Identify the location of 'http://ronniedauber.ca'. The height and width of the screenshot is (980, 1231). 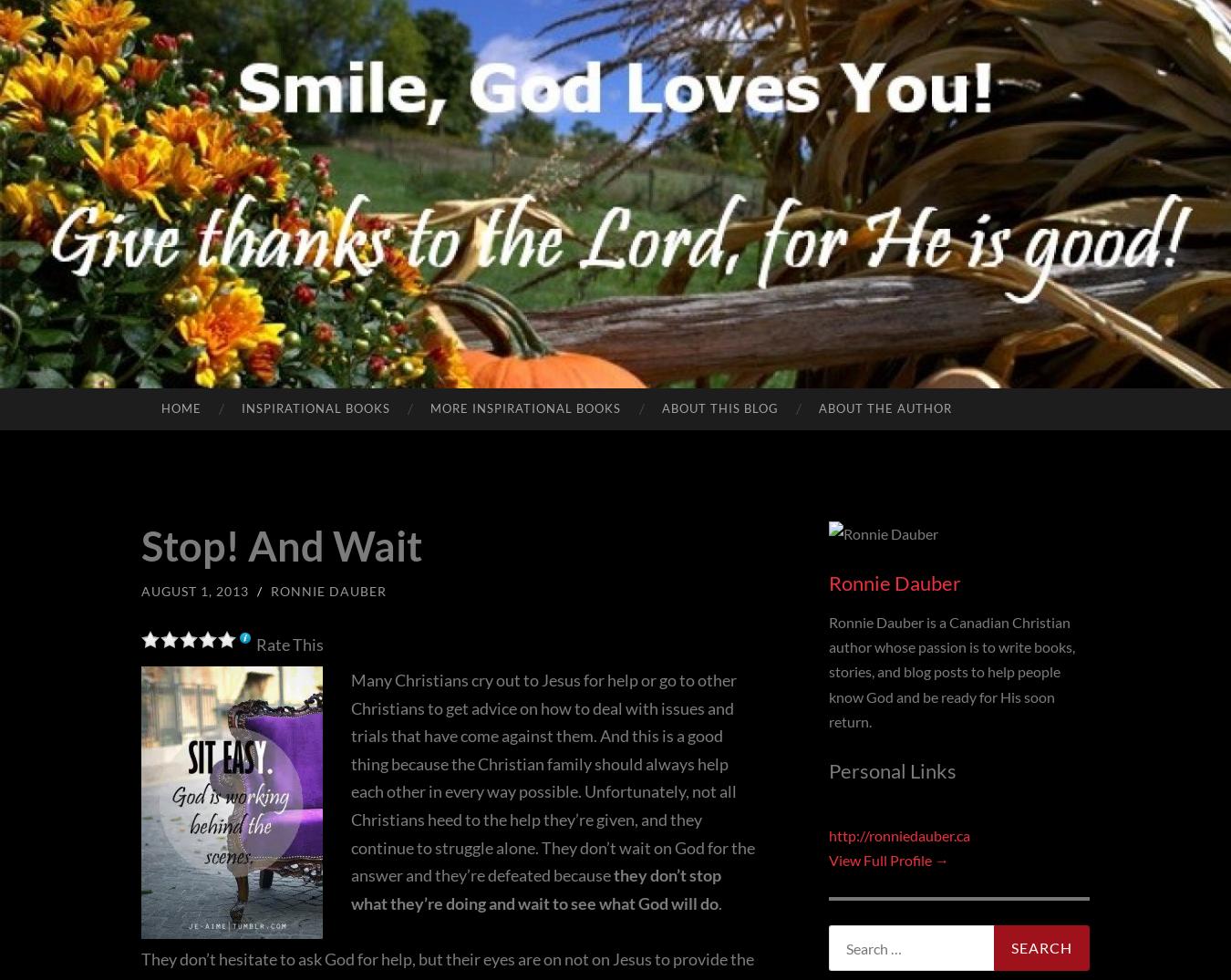
(898, 833).